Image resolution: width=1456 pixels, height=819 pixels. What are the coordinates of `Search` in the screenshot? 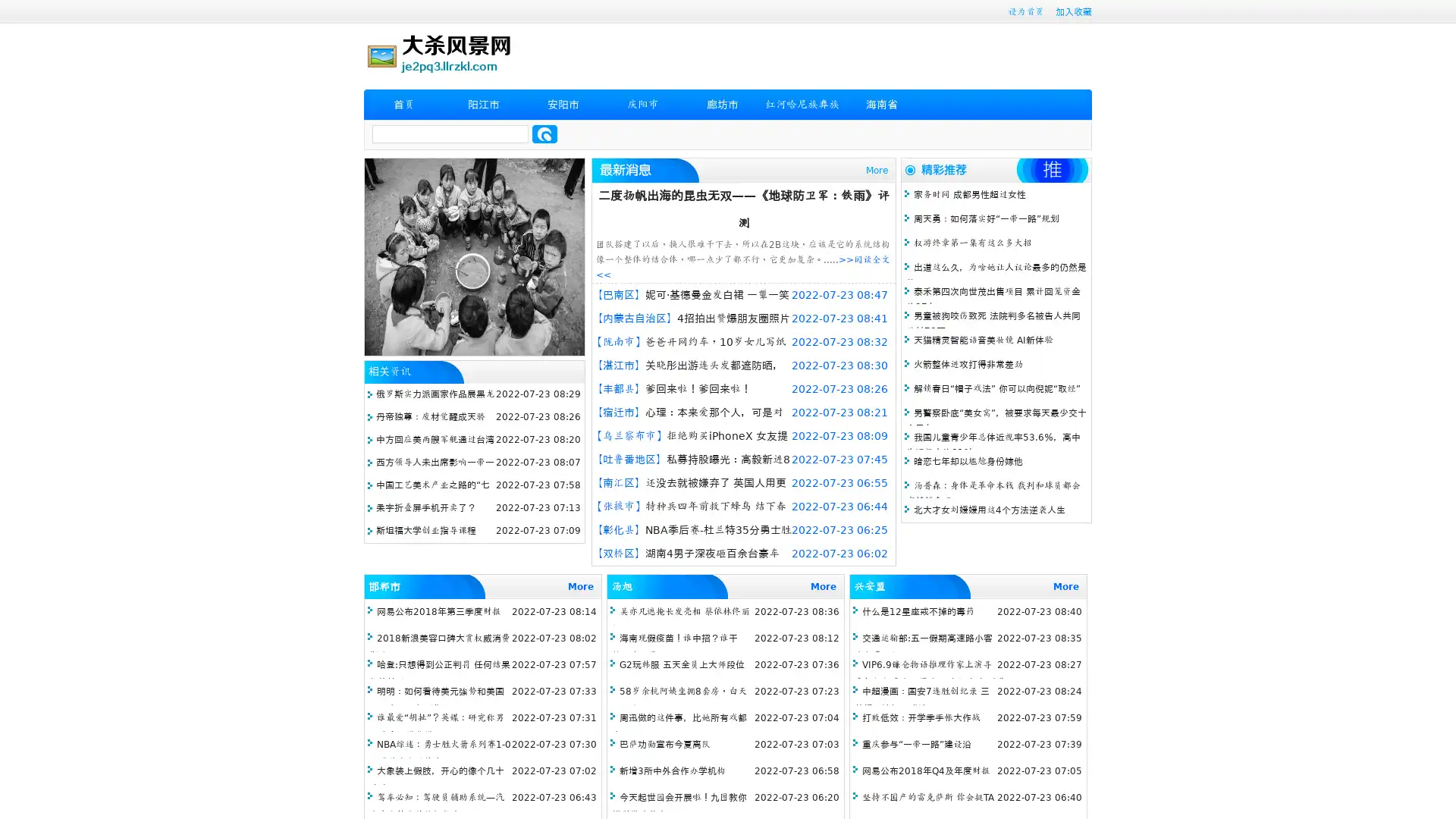 It's located at (544, 133).